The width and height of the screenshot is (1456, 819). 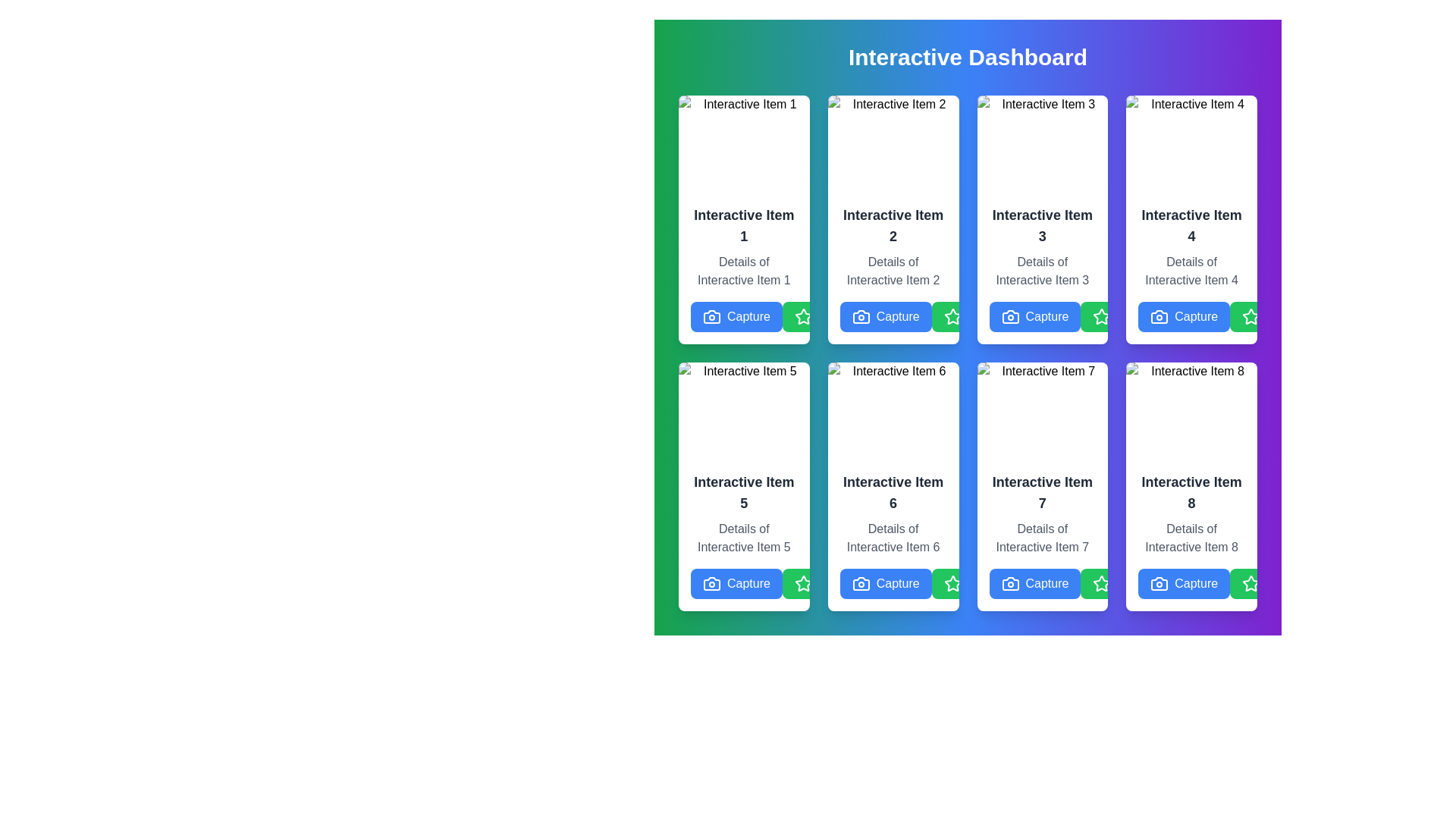 I want to click on the capture icon located within the 'Capture' button of the seventh item in the grid layout, positioned slightly to the left of the text, so click(x=1010, y=583).